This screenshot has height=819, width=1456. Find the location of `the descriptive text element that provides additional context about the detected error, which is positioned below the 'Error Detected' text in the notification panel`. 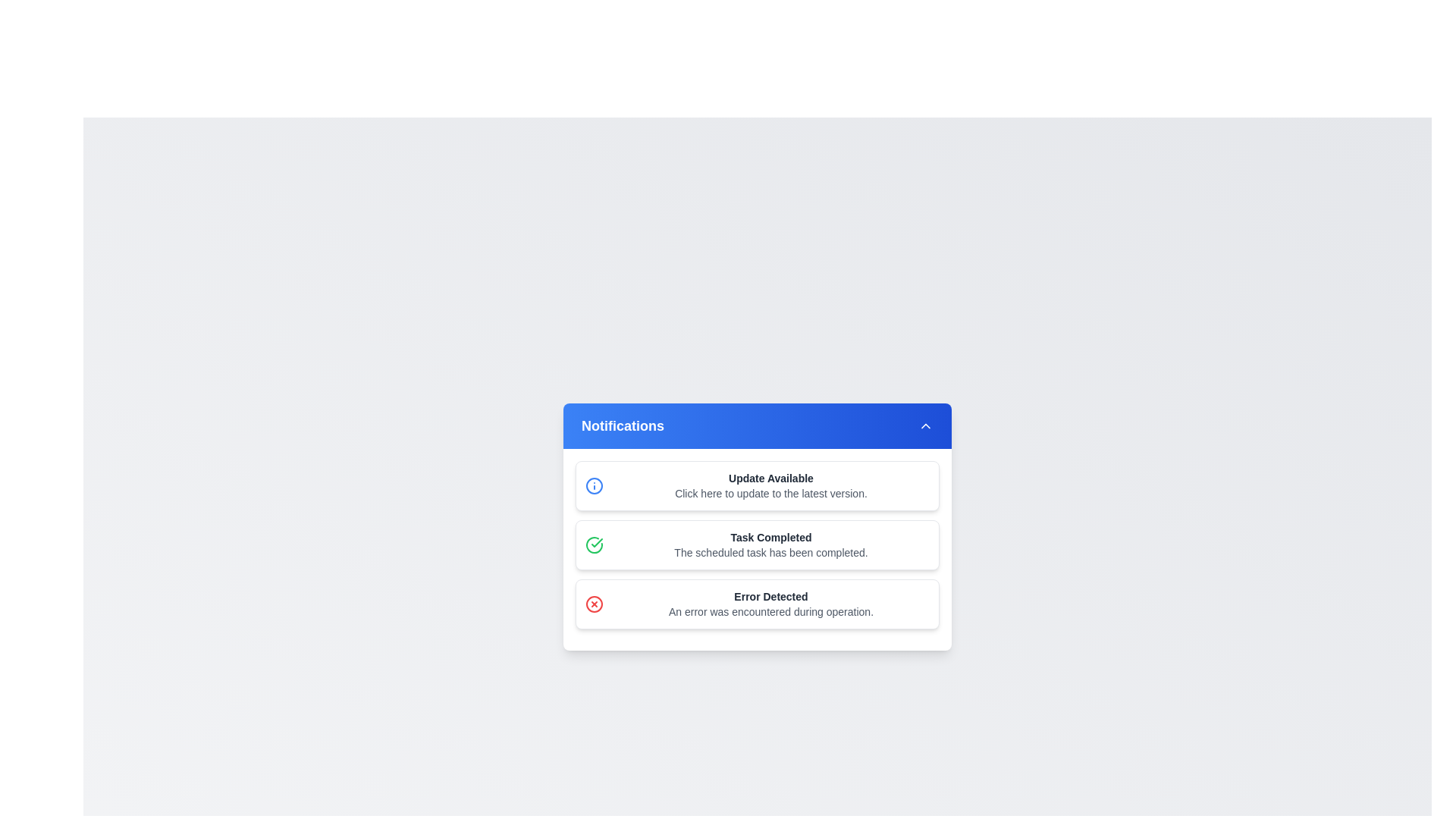

the descriptive text element that provides additional context about the detected error, which is positioned below the 'Error Detected' text in the notification panel is located at coordinates (771, 610).